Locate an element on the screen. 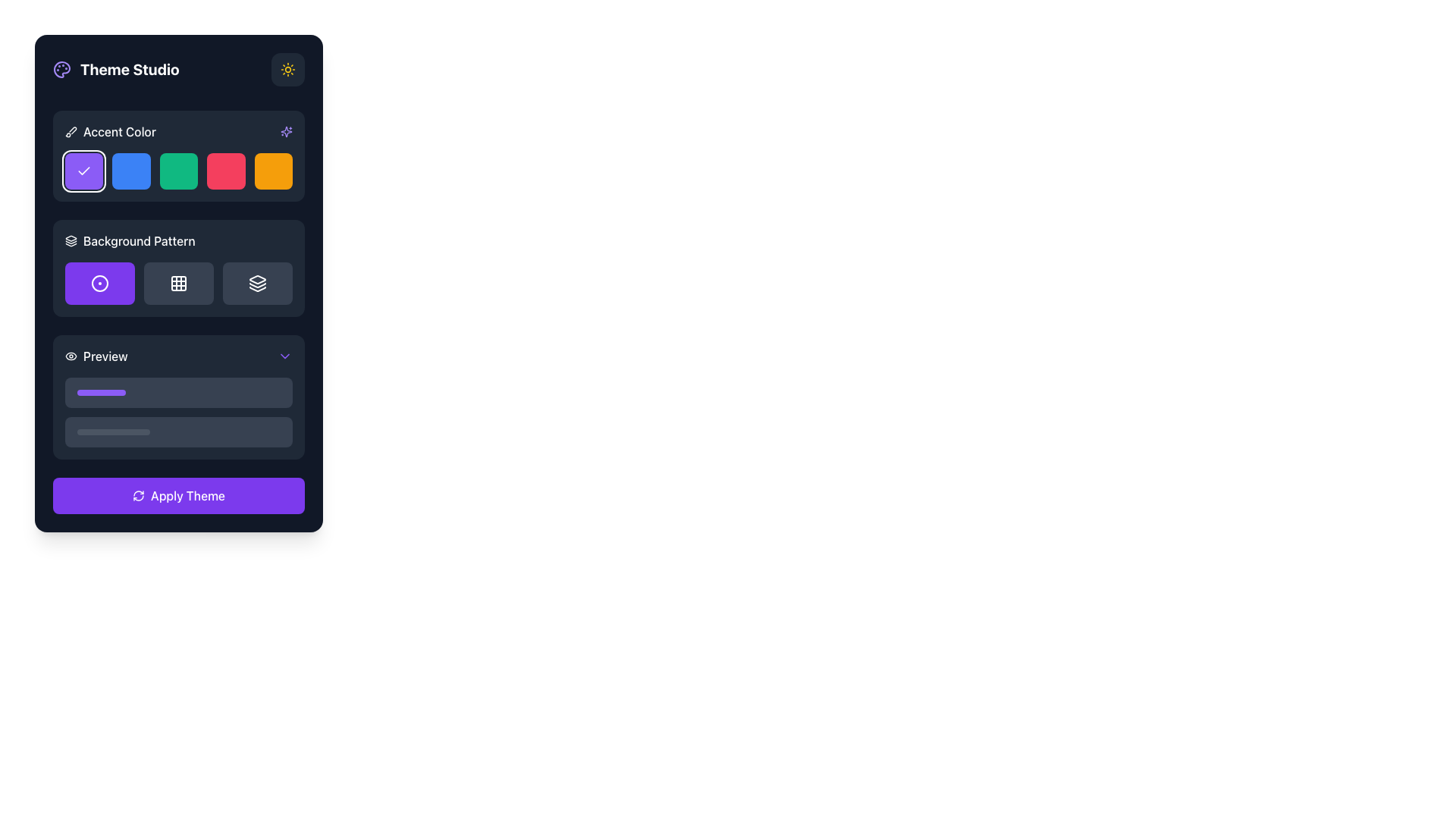 This screenshot has height=819, width=1456. the SVG-based decorative icon located inside the button-like component to the right of the 'Theme Studio' title in the top section of the sidebar interface is located at coordinates (287, 130).